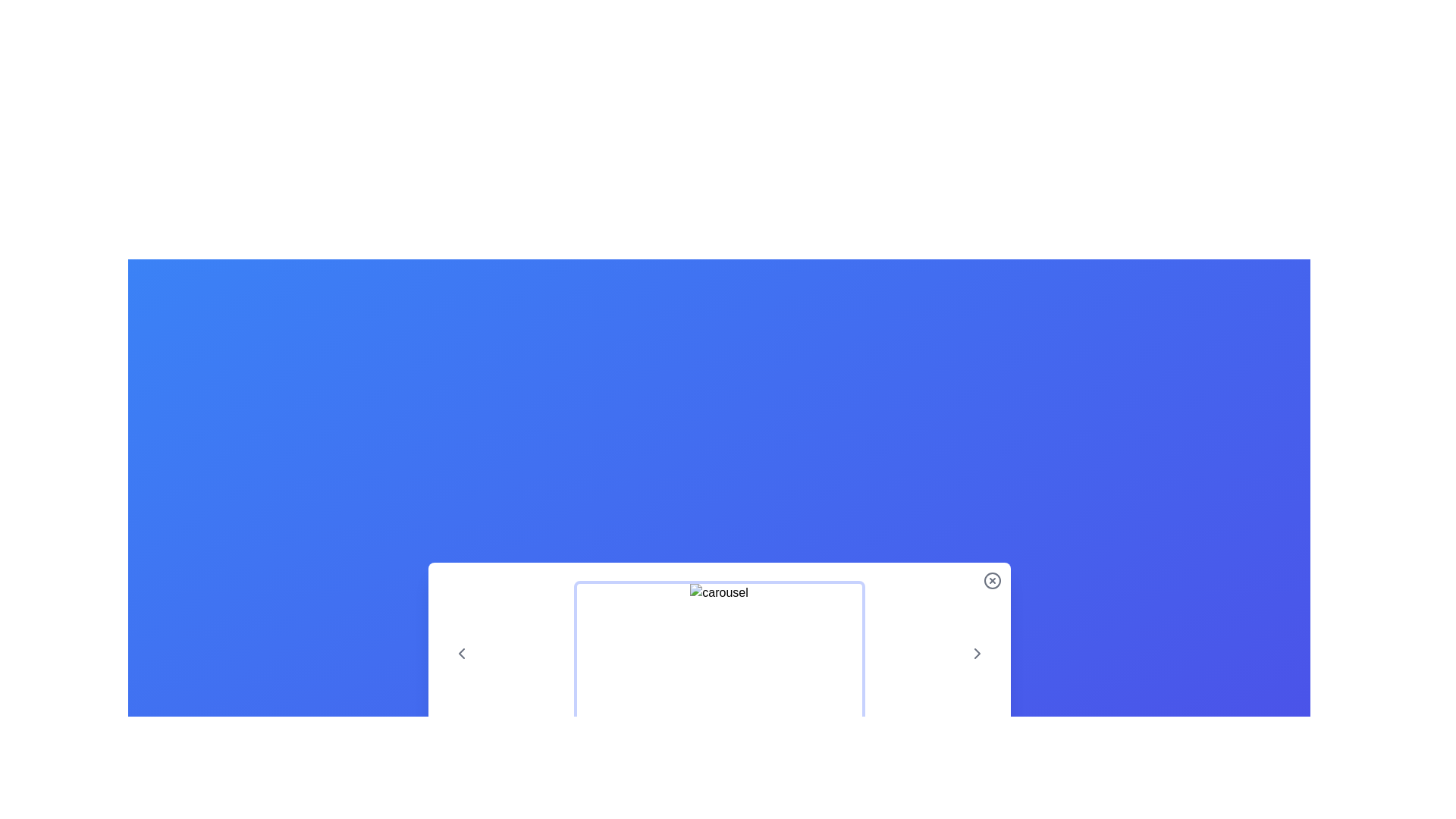 This screenshot has width=1456, height=819. Describe the element at coordinates (992, 580) in the screenshot. I see `the circular close button in the top-right corner of the white card area` at that location.